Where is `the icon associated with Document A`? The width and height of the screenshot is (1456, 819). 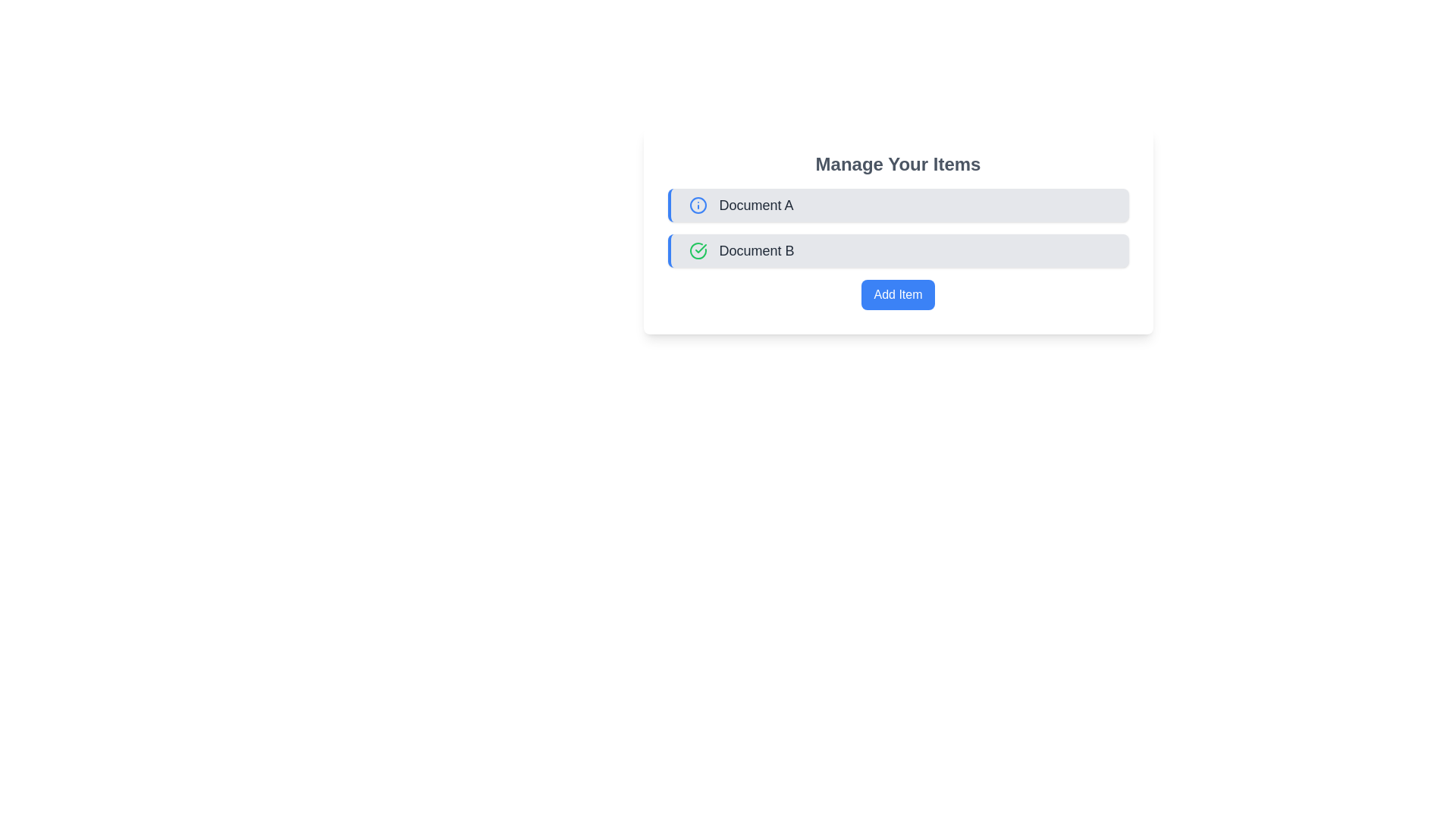
the icon associated with Document A is located at coordinates (697, 205).